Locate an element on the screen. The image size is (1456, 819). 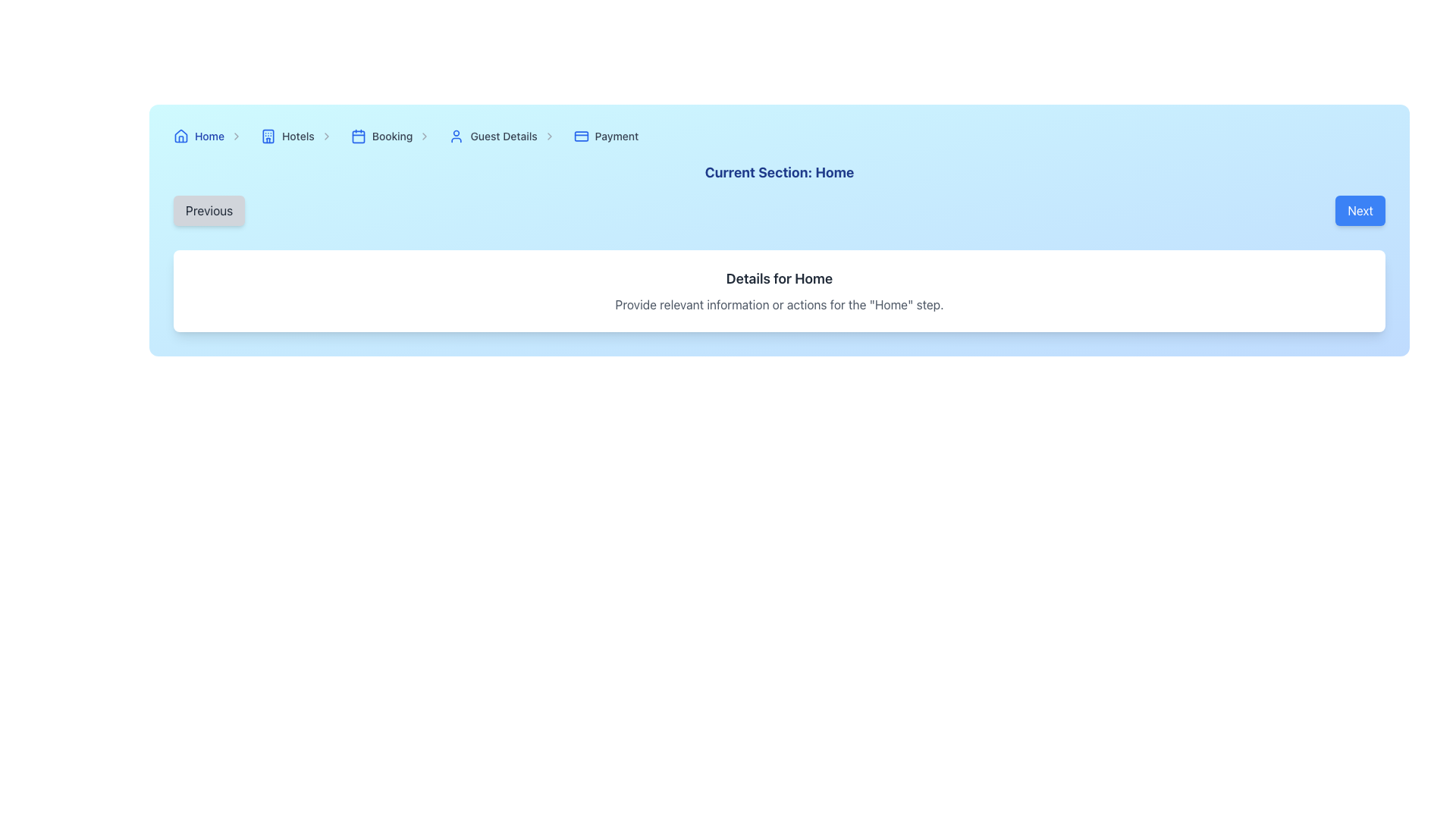
the first navigation link, which serves as a redirect to the home page of the application or website is located at coordinates (210, 136).